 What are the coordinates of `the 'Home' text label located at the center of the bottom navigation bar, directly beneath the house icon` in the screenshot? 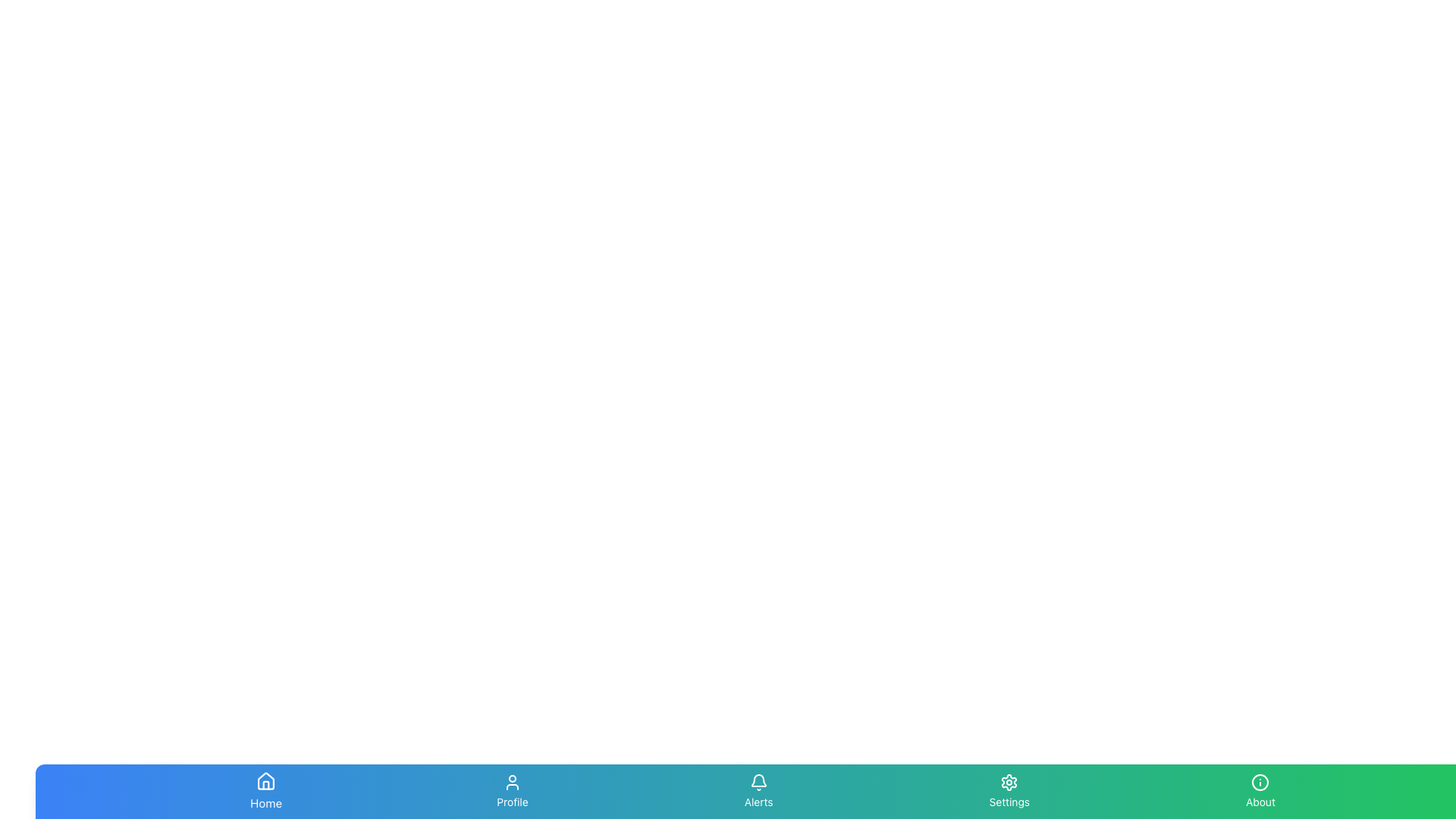 It's located at (266, 802).